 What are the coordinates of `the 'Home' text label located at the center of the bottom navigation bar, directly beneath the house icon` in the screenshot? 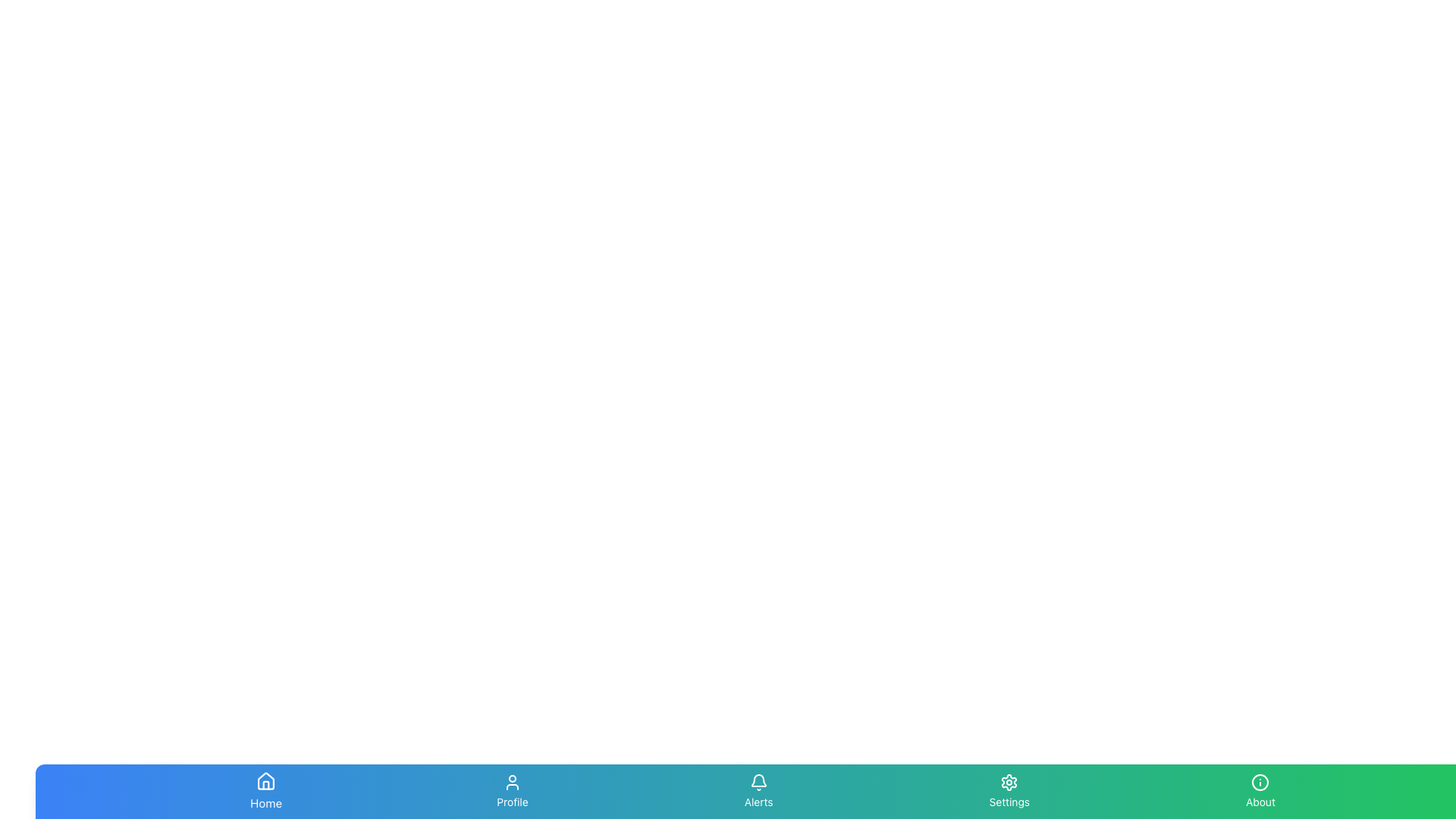 It's located at (266, 802).